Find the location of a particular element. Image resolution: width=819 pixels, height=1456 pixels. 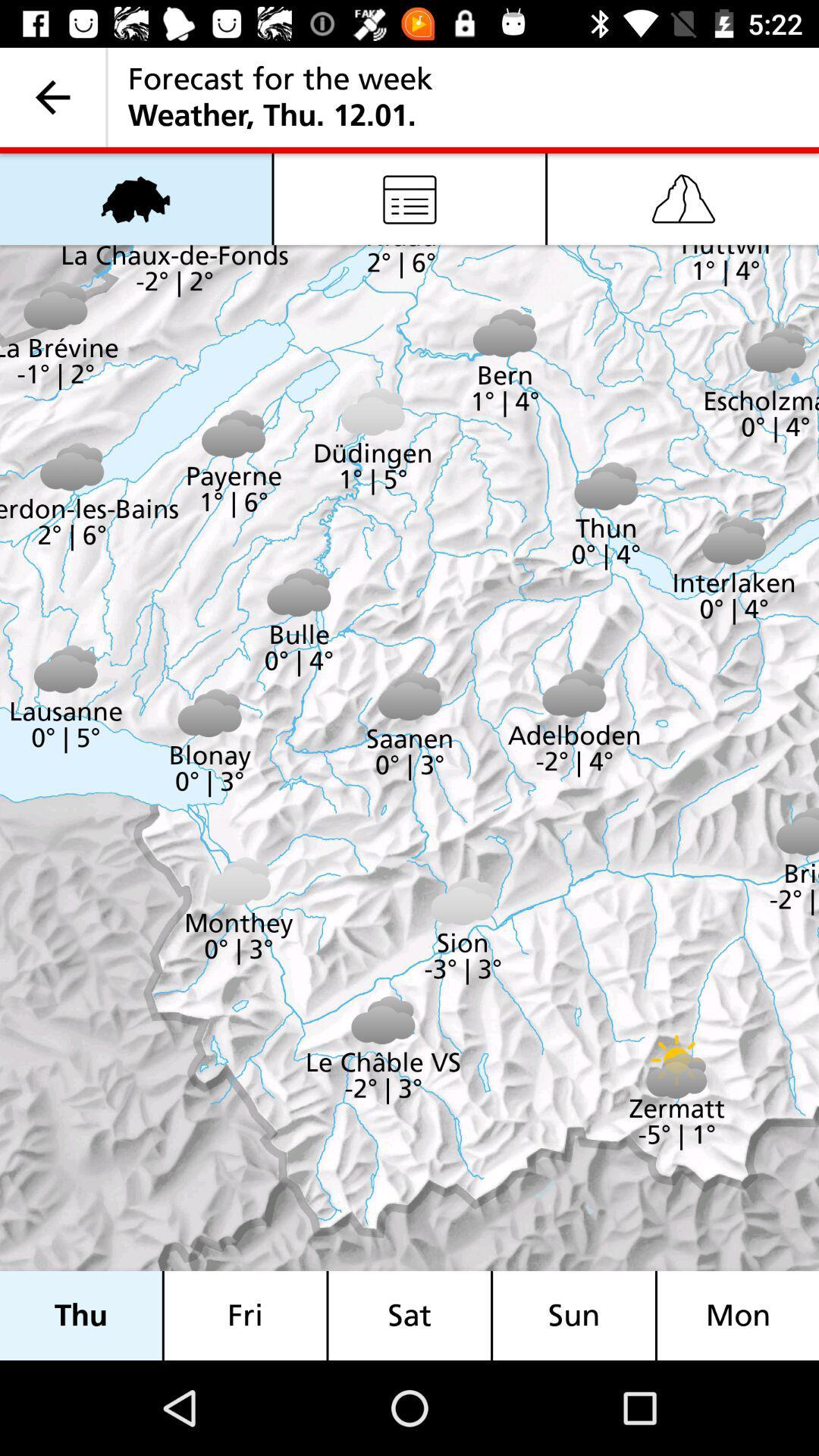

the swap icon is located at coordinates (135, 198).